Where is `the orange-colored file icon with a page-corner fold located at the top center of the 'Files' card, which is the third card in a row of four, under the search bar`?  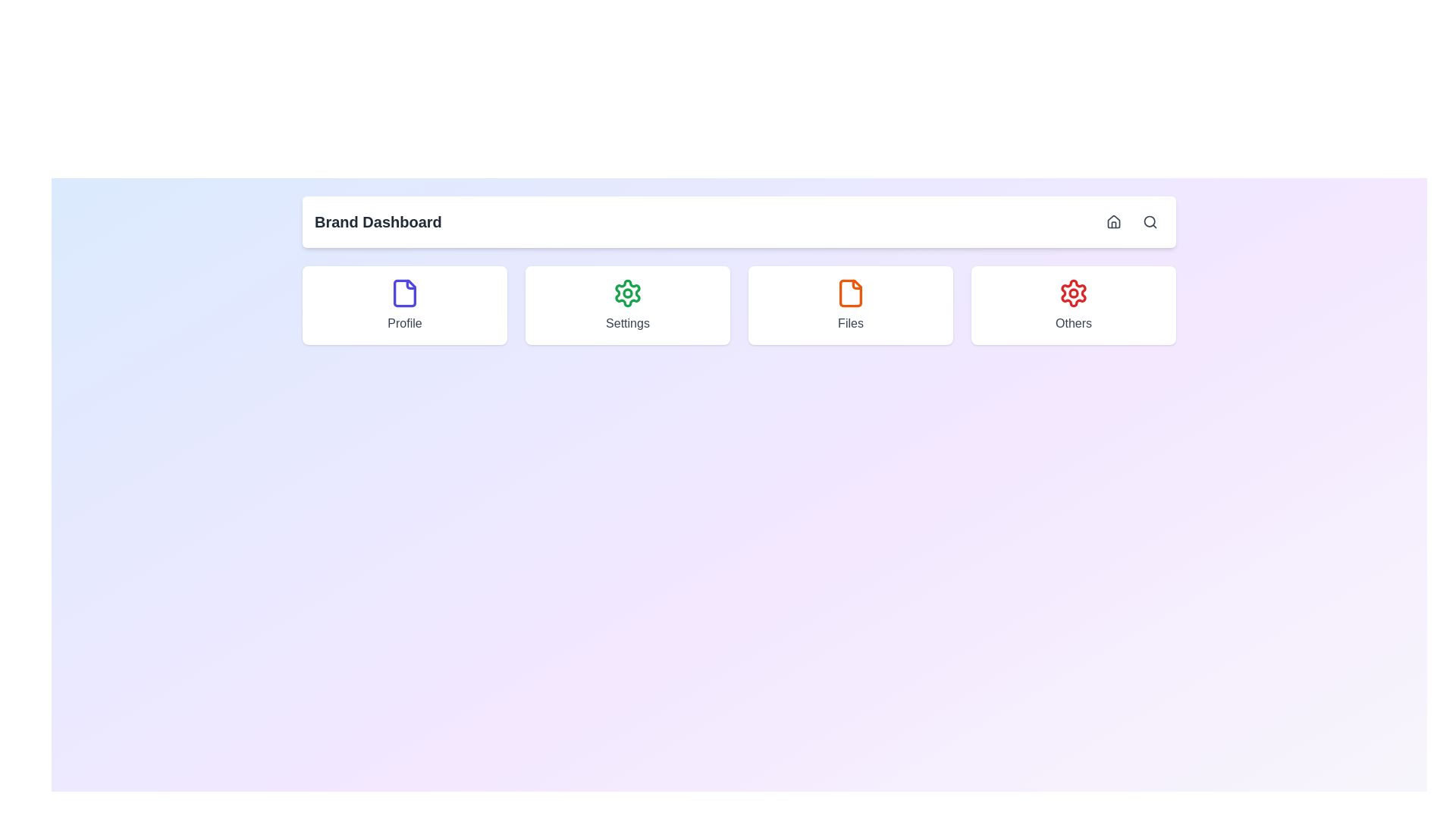
the orange-colored file icon with a page-corner fold located at the top center of the 'Files' card, which is the third card in a row of four, under the search bar is located at coordinates (851, 293).